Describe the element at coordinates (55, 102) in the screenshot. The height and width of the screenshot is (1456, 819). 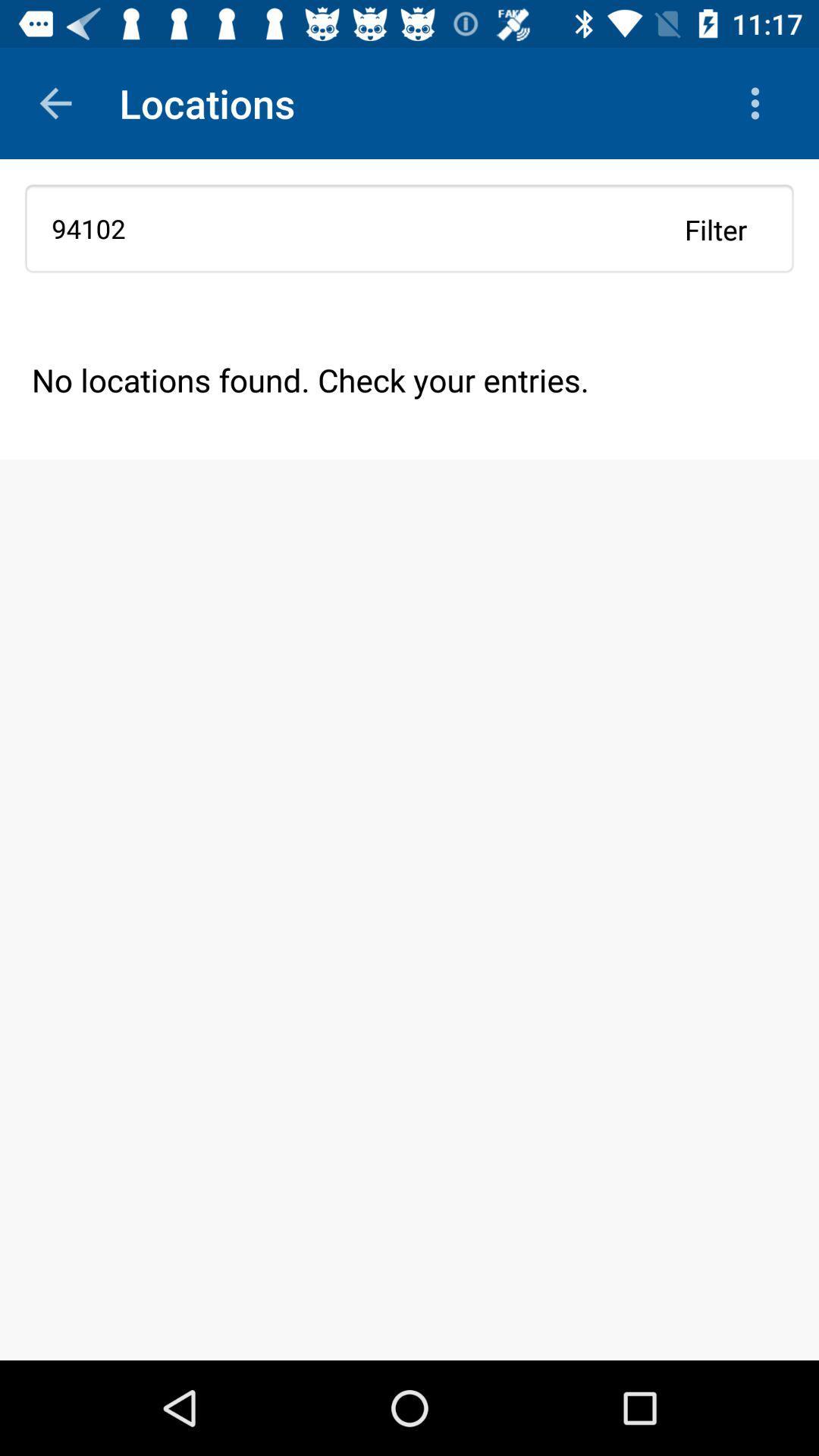
I see `the app above 94102 app` at that location.